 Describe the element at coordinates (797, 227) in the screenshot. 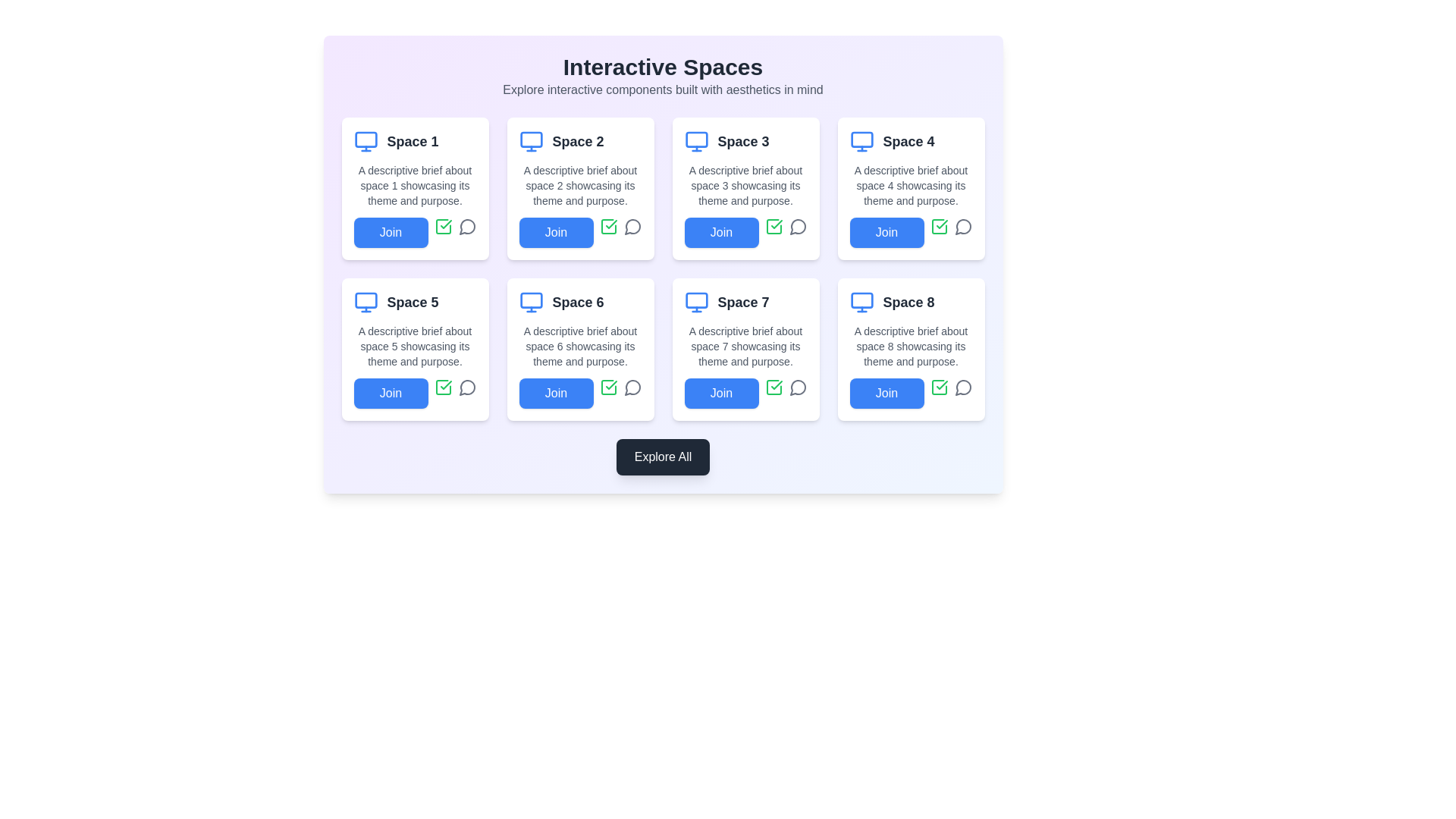

I see `the commenting or messaging icon located at the bottom of the 'Space 3' card under 'Interactive Spaces'` at that location.